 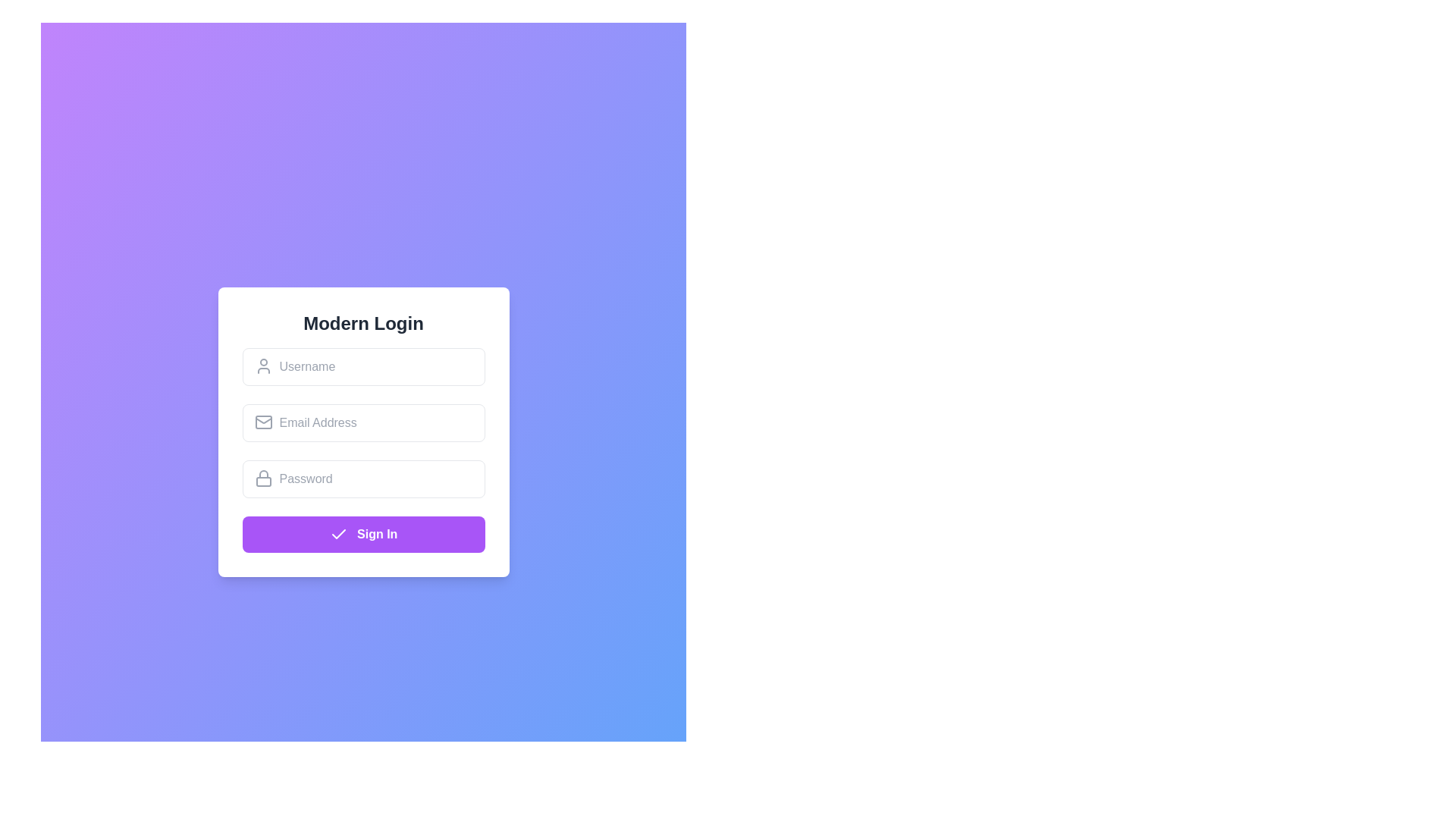 What do you see at coordinates (263, 366) in the screenshot?
I see `the user profile icon, which is a minimalistic gray outline positioned to the left of the 'Username' input field in the login form` at bounding box center [263, 366].